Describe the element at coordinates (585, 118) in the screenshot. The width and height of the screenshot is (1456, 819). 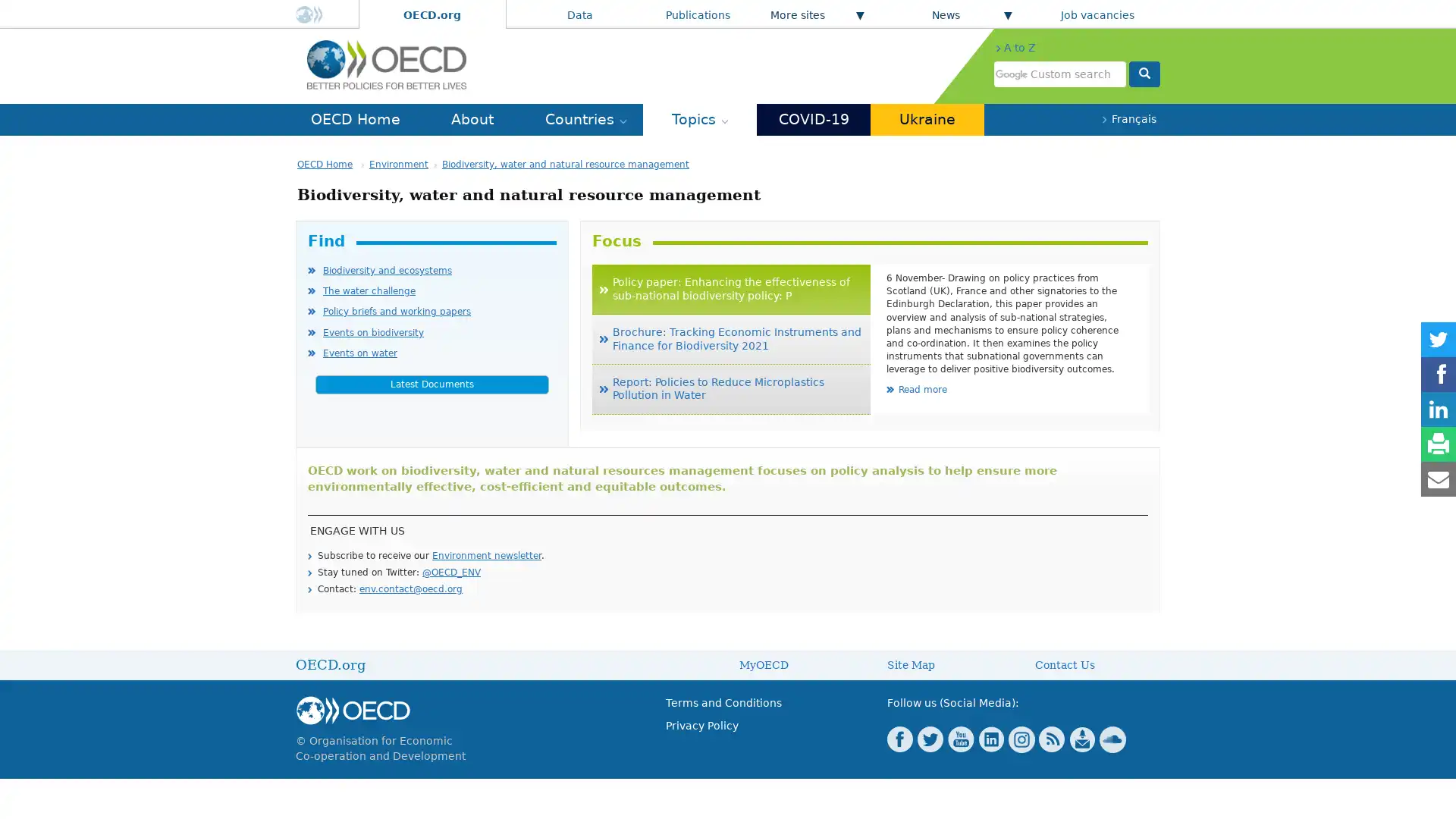
I see `Countries` at that location.